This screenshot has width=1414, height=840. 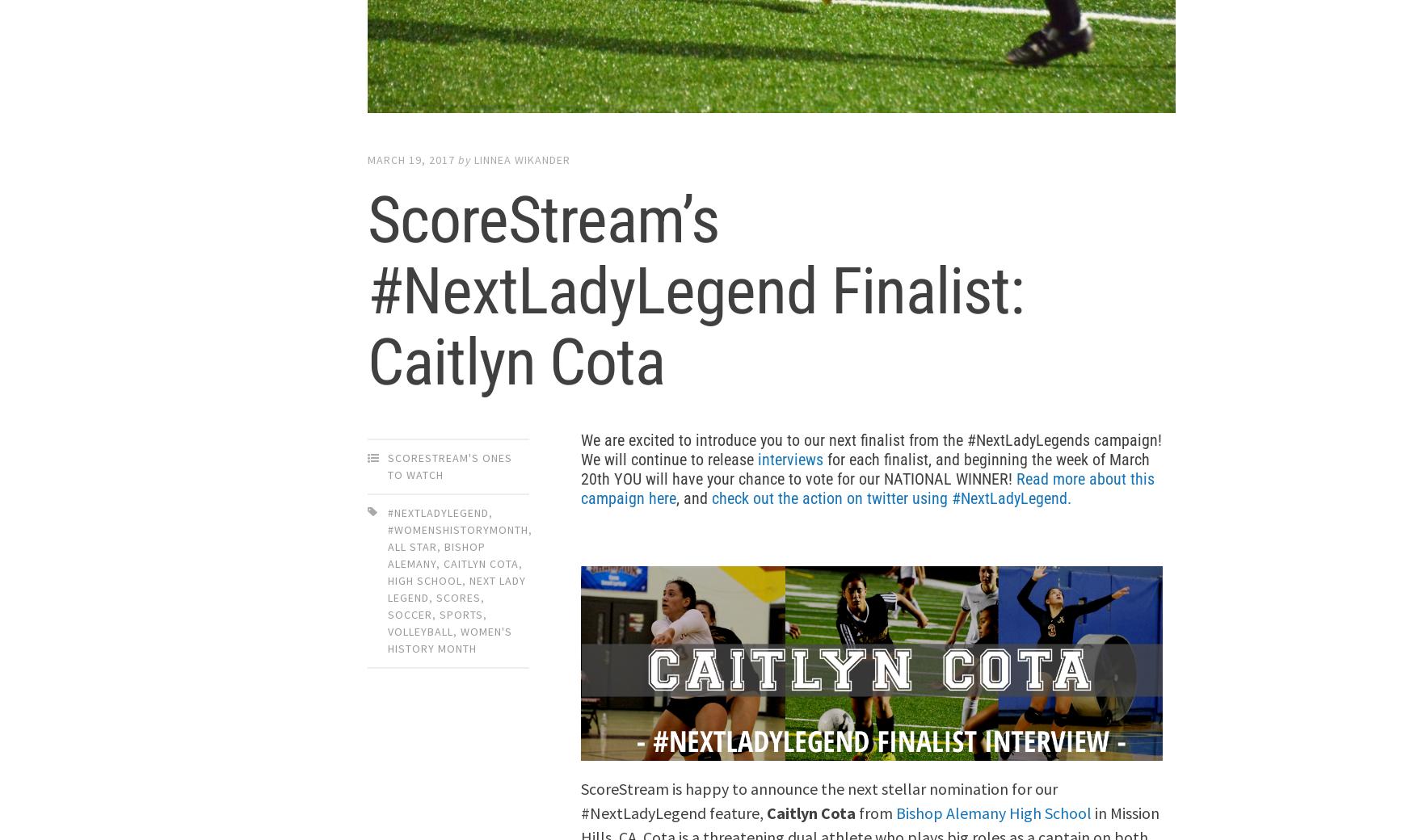 What do you see at coordinates (521, 160) in the screenshot?
I see `'Linnea Wikander'` at bounding box center [521, 160].